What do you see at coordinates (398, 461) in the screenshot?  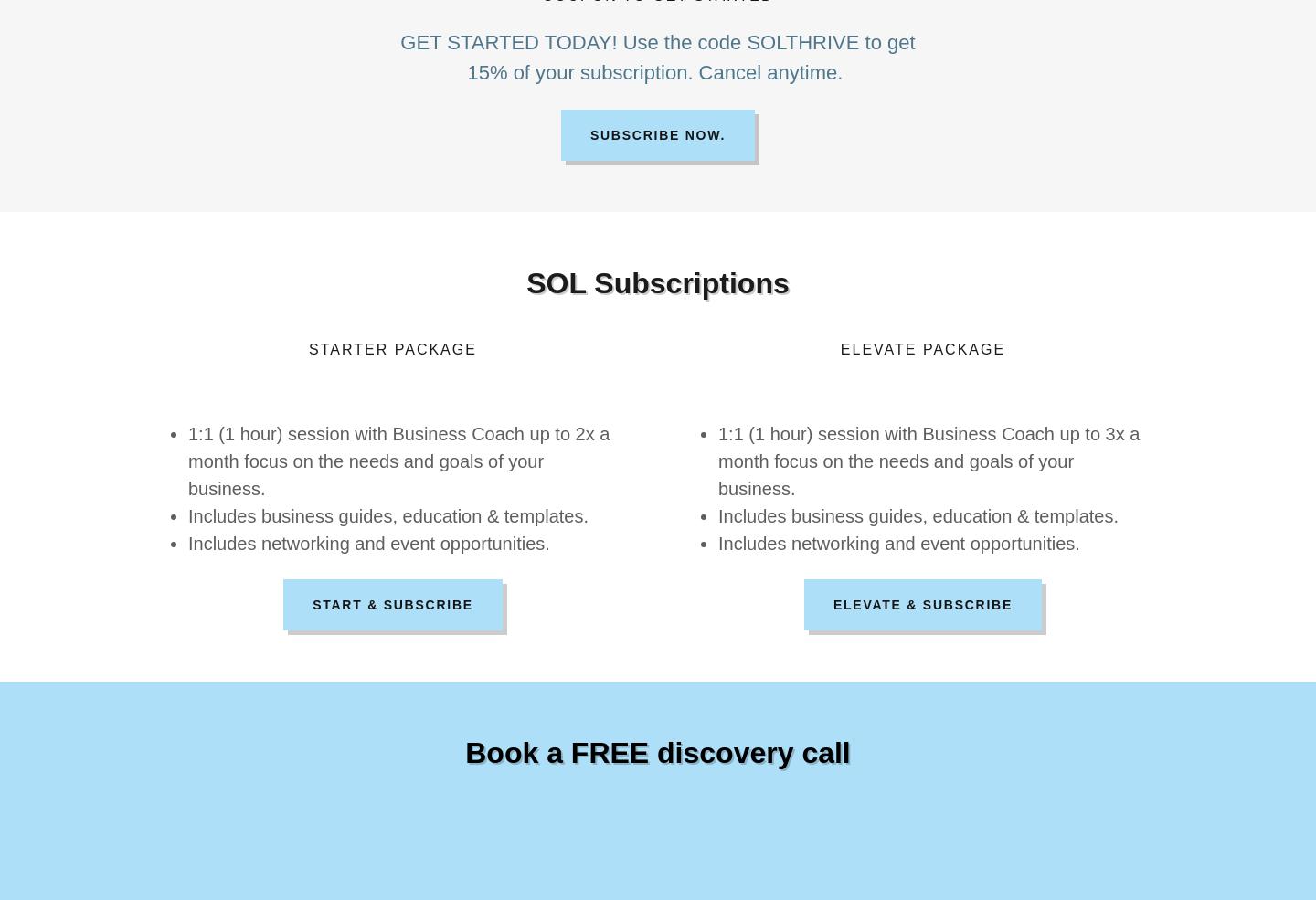 I see `'1:1 (1 hour) session with Business Coach up to 2x a month focus on the needs and goals of your business.'` at bounding box center [398, 461].